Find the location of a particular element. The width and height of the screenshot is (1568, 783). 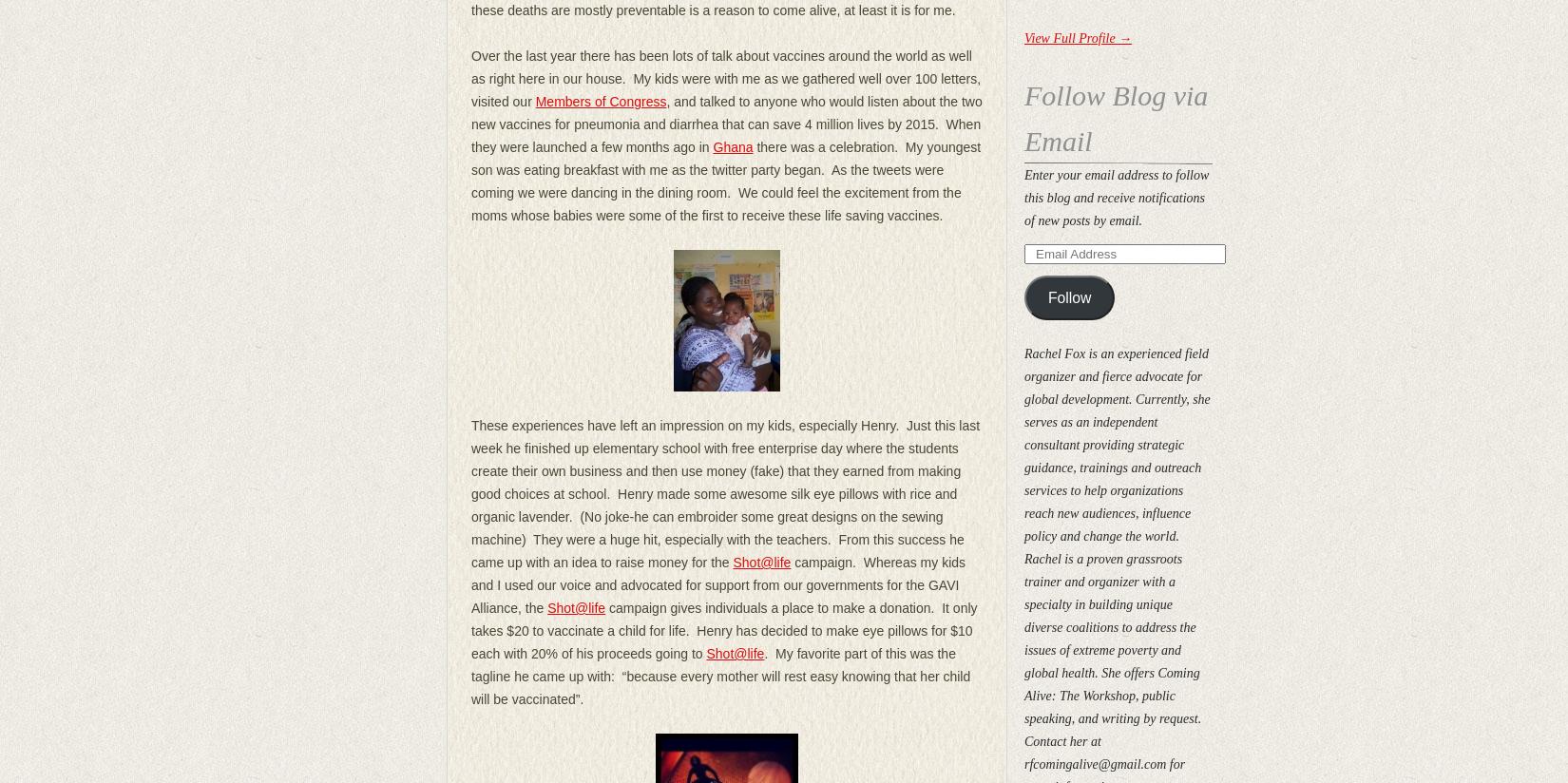

'Ghana' is located at coordinates (732, 145).